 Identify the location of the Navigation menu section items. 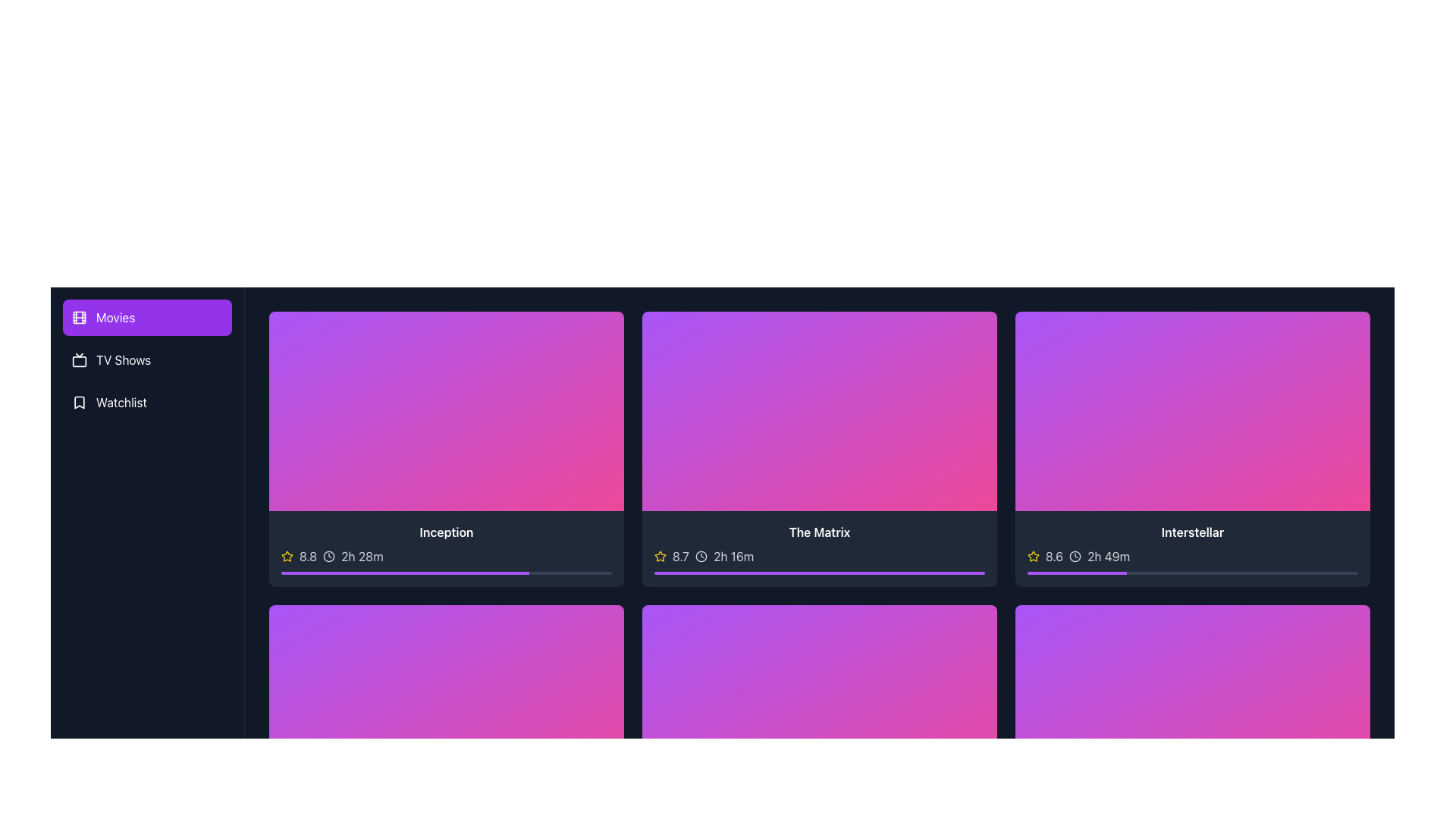
(147, 359).